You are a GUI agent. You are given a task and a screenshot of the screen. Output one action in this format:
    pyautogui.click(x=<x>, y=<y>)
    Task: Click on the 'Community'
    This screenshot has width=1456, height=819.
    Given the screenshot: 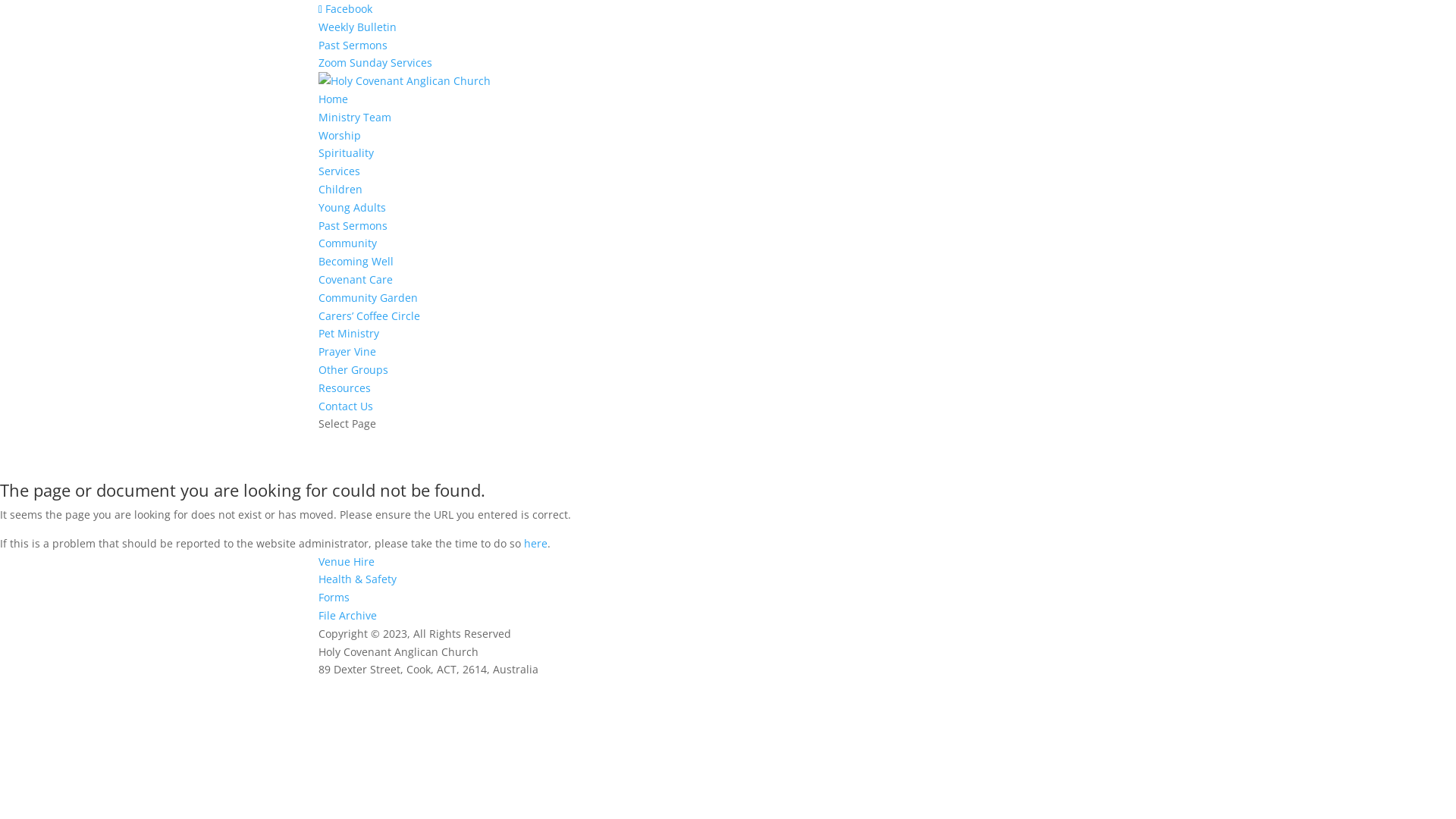 What is the action you would take?
    pyautogui.click(x=347, y=242)
    